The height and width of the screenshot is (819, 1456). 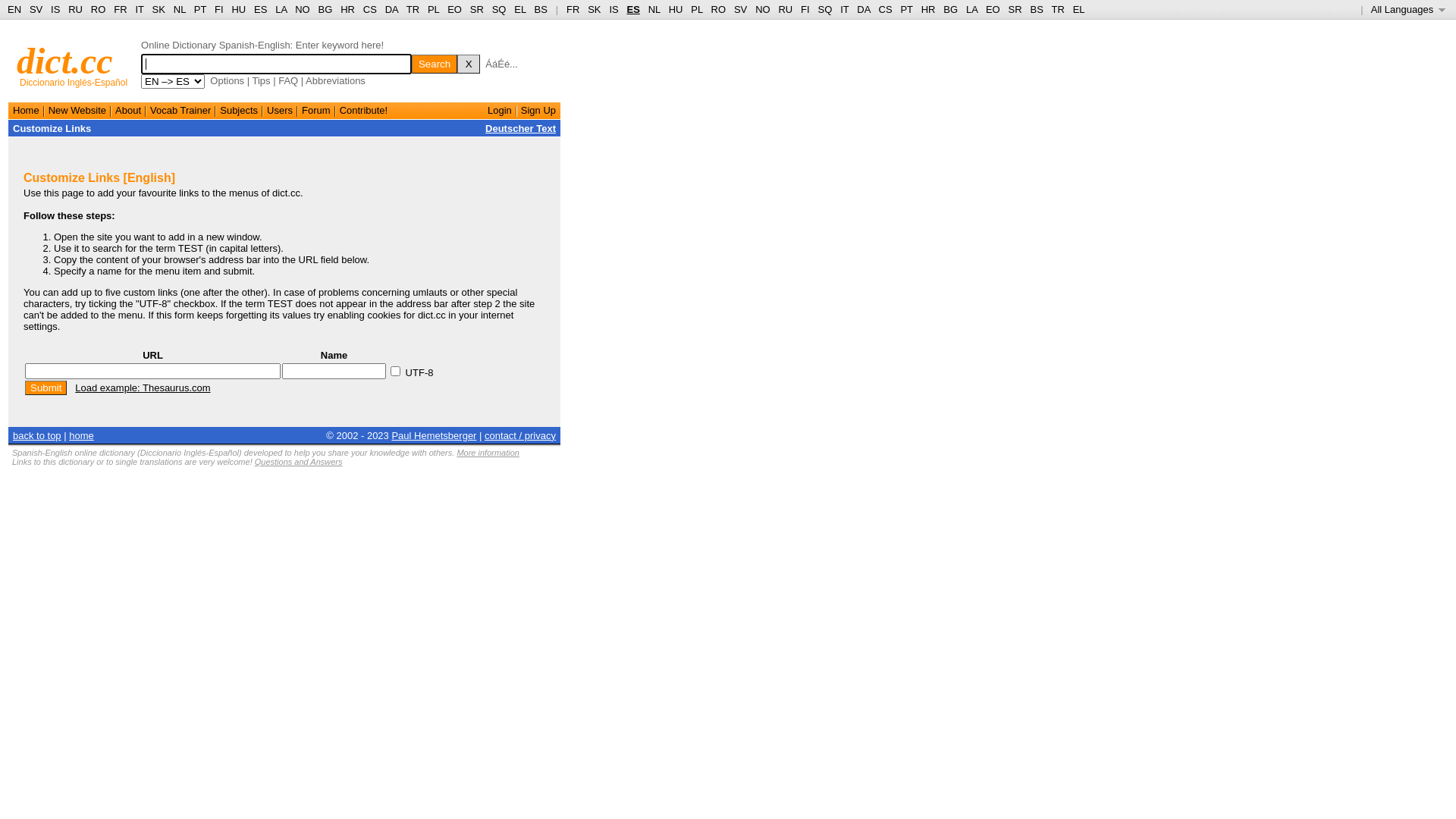 What do you see at coordinates (287, 80) in the screenshot?
I see `'FAQ'` at bounding box center [287, 80].